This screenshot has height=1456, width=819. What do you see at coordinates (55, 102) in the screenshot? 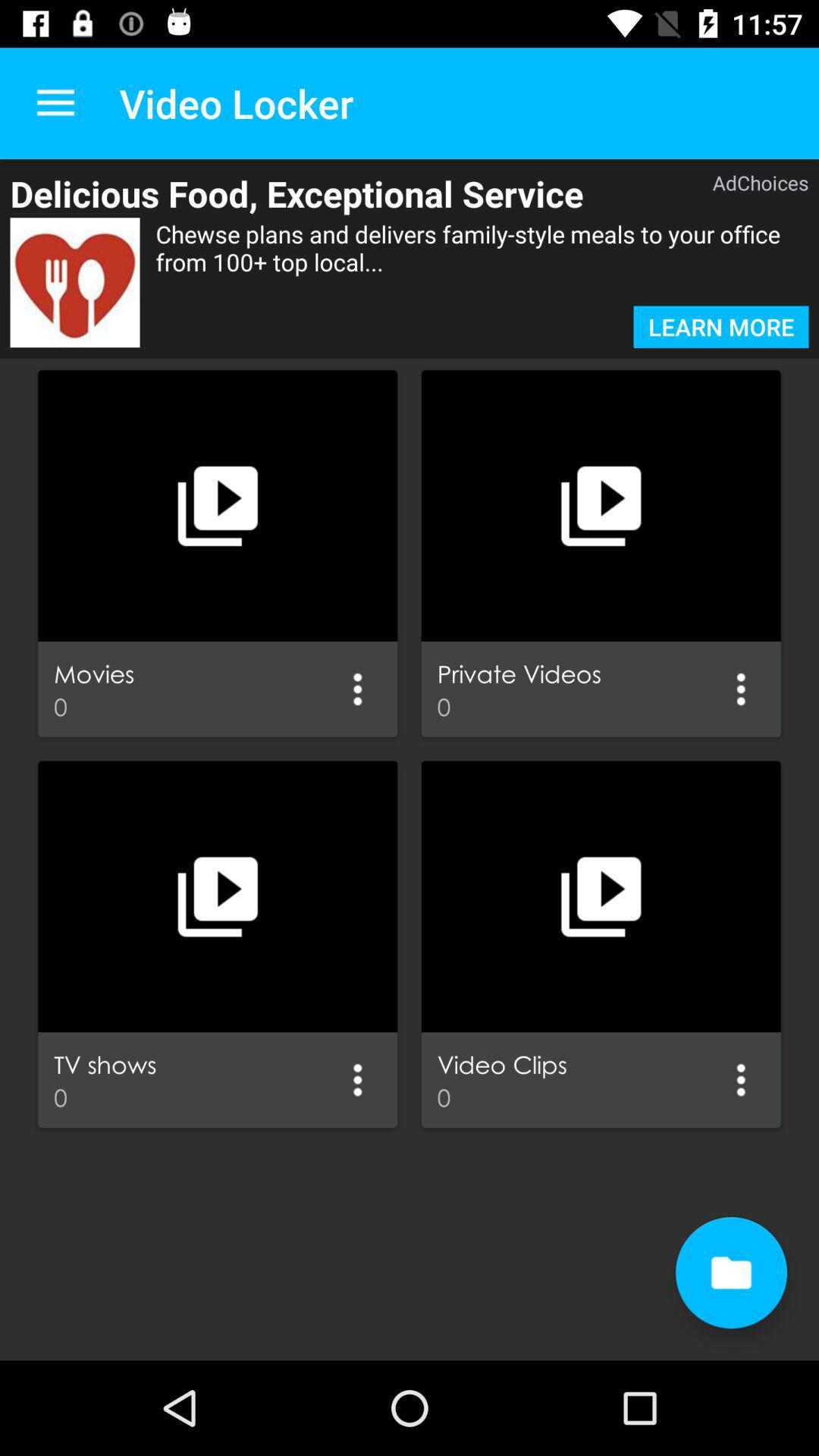
I see `the item next to the video locker item` at bounding box center [55, 102].